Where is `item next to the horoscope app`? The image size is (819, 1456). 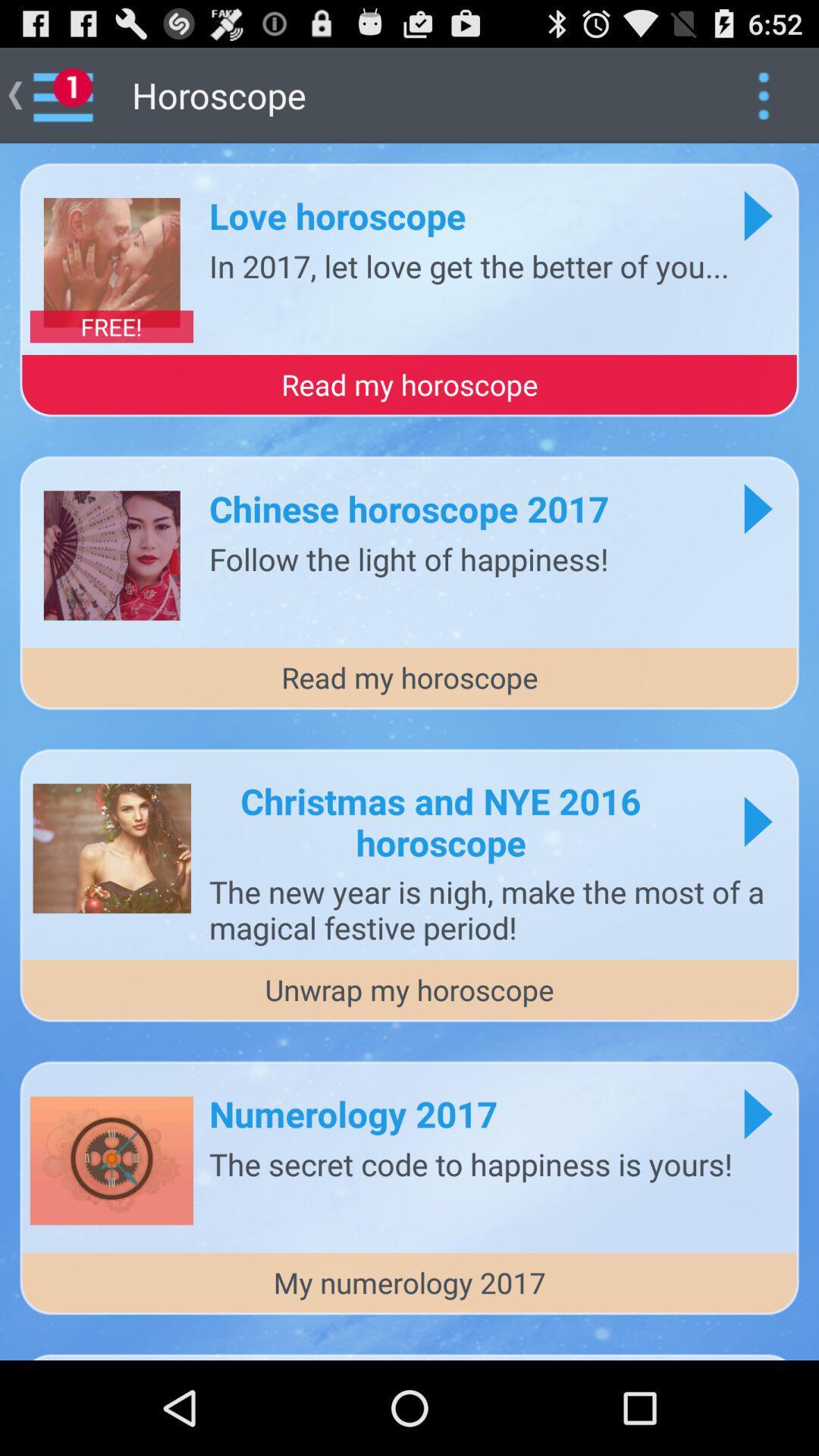
item next to the horoscope app is located at coordinates (763, 94).